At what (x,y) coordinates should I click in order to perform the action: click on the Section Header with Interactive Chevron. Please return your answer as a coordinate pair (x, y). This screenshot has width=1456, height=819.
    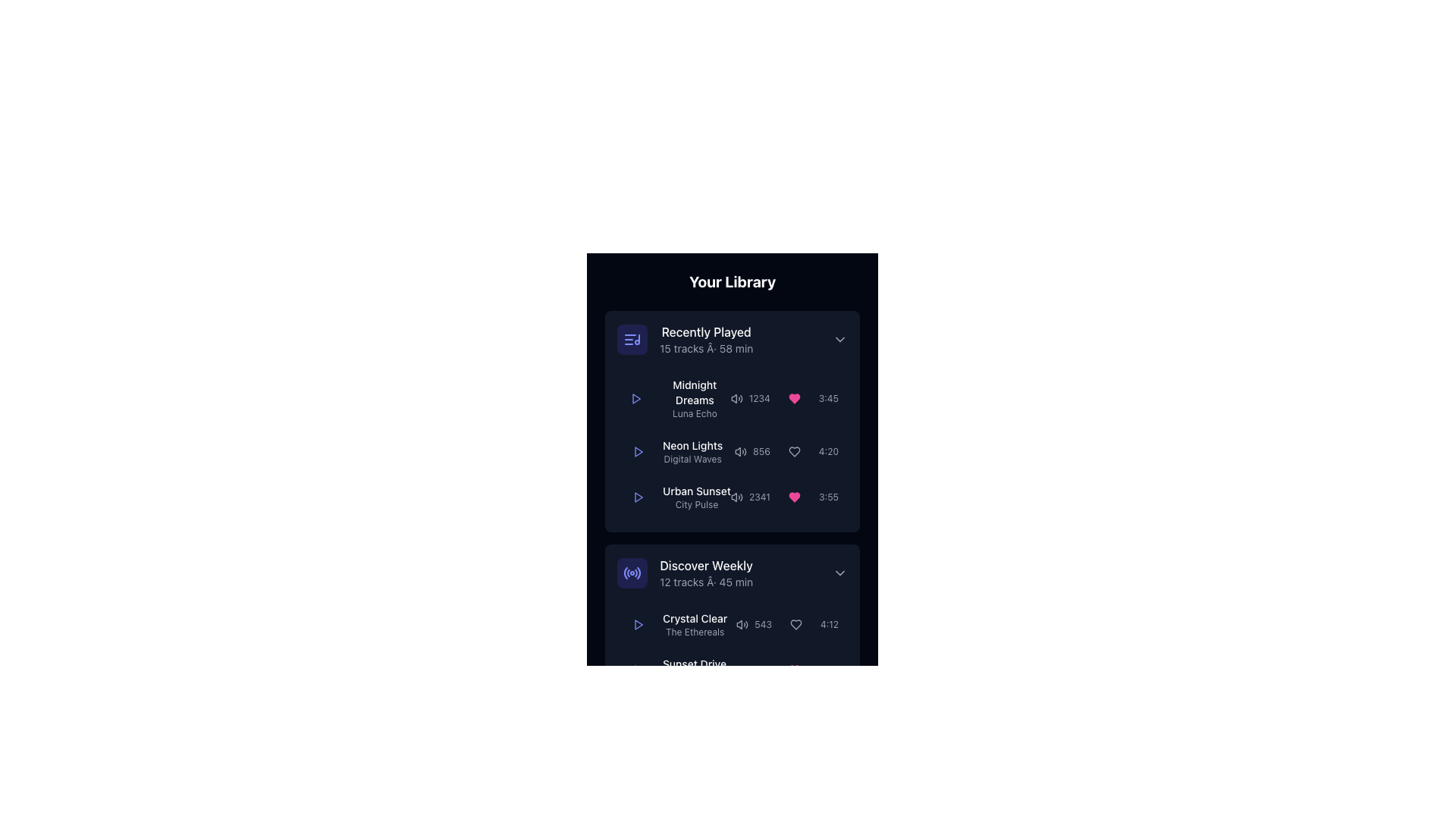
    Looking at the image, I should click on (732, 338).